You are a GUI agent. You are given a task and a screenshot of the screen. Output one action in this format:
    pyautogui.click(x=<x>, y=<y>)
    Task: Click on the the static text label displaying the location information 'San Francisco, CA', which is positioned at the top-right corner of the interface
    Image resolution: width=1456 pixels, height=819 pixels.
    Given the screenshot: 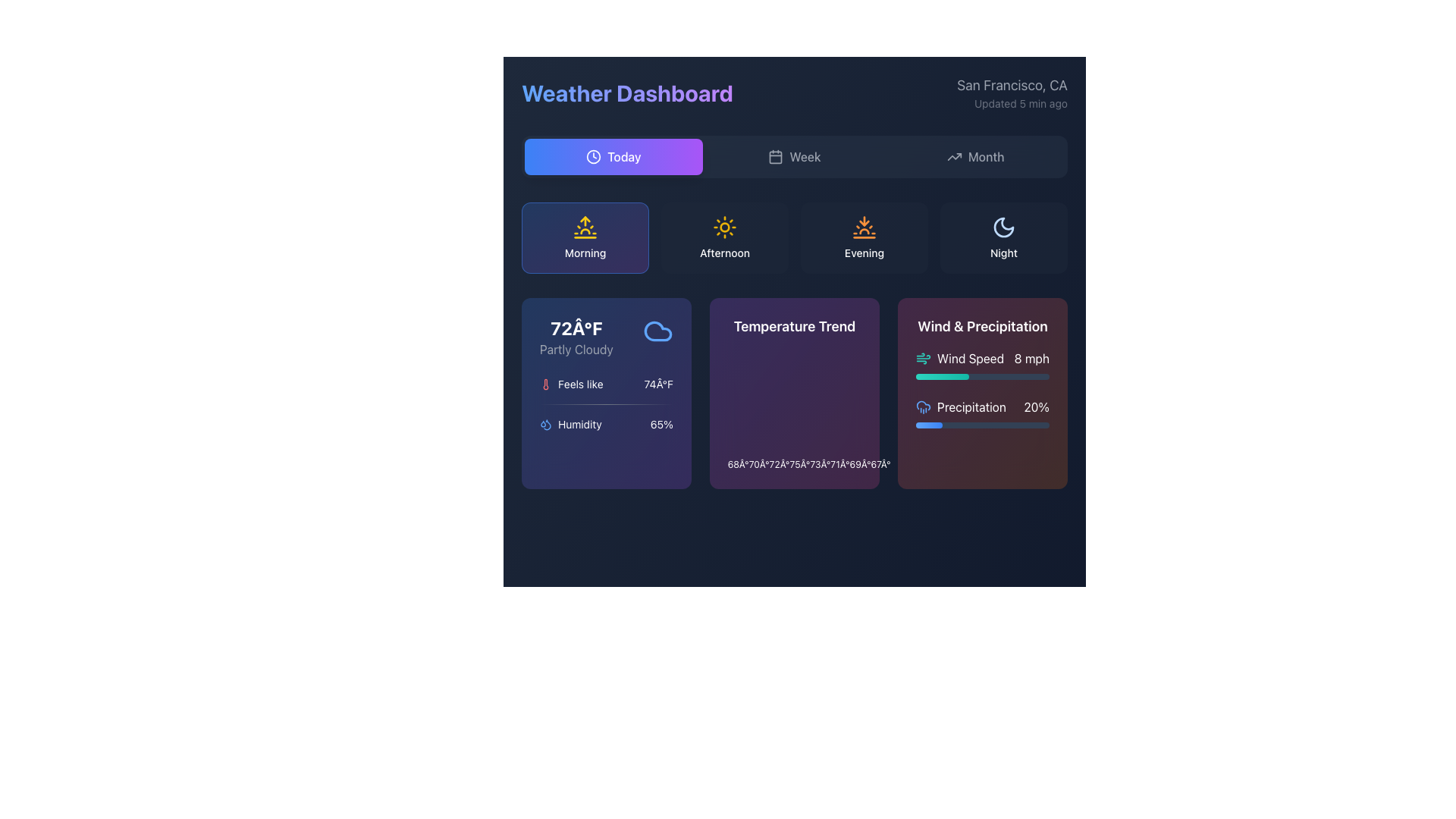 What is the action you would take?
    pyautogui.click(x=1012, y=85)
    